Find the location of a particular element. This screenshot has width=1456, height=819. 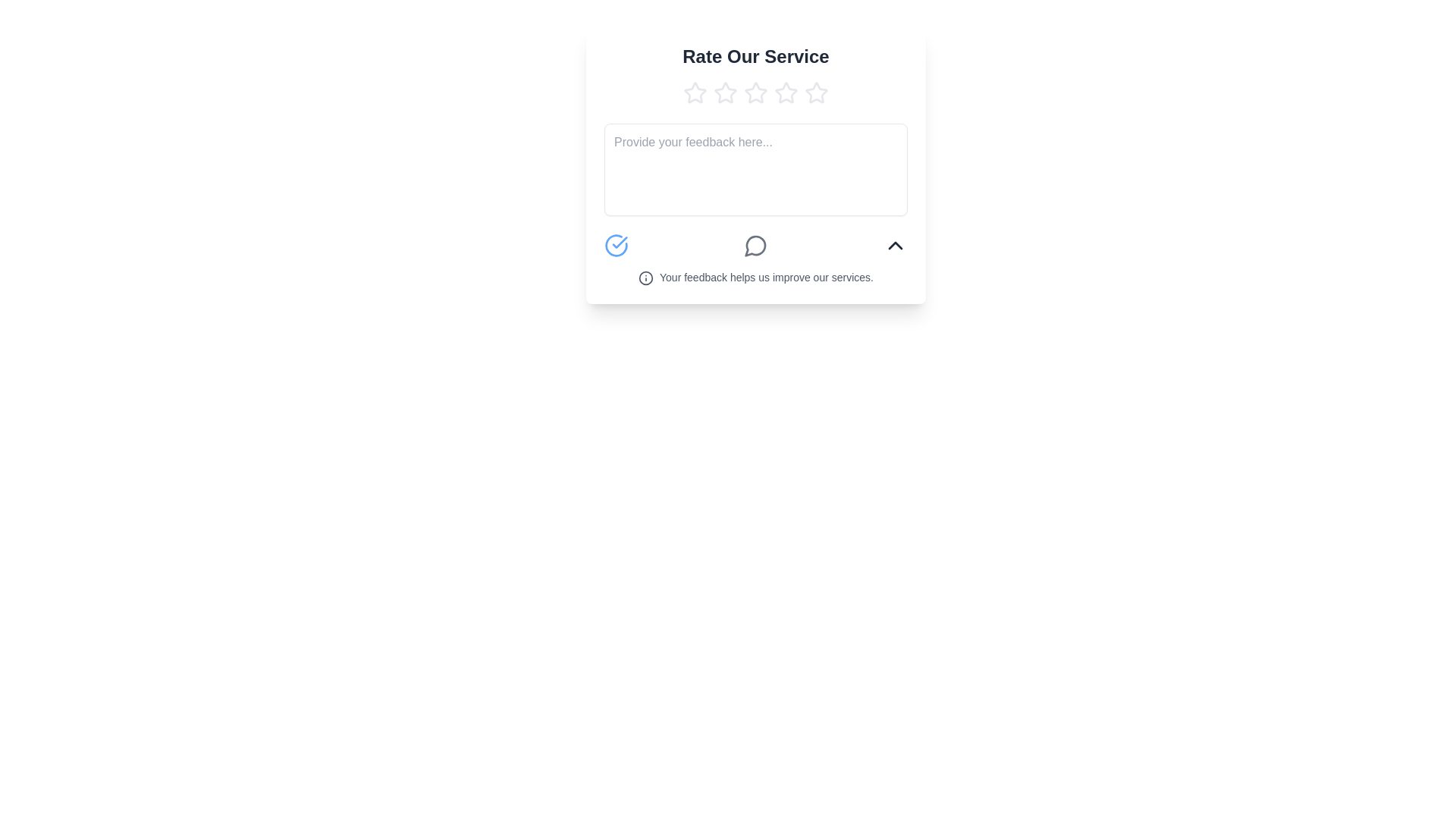

the information icon located in the section titled 'Your feedback helps us improve our services.' This icon is the leftmost item in the section, positioned before the textual content is located at coordinates (646, 278).